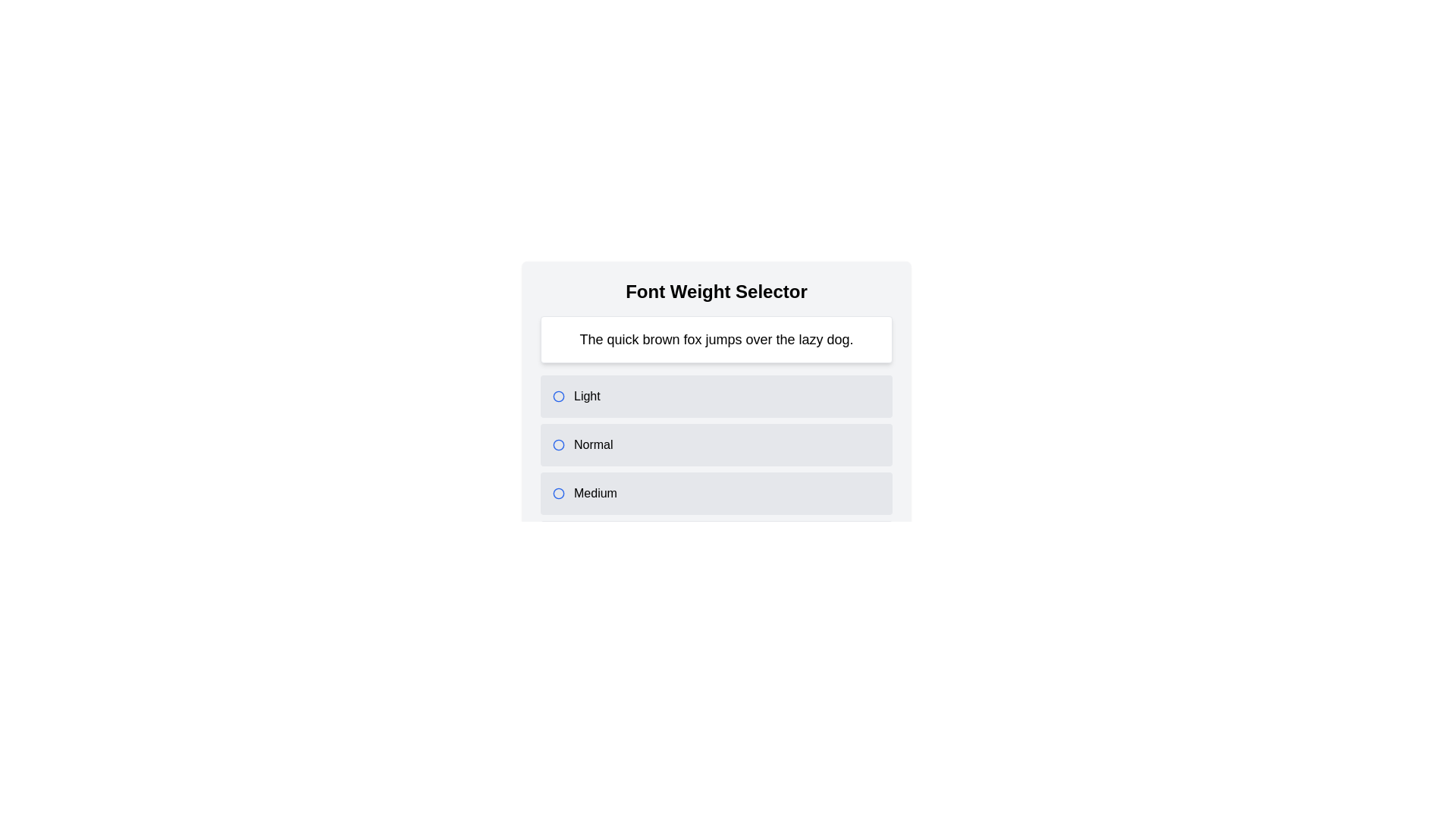 This screenshot has width=1456, height=819. I want to click on the text label displaying 'Medium', so click(595, 494).